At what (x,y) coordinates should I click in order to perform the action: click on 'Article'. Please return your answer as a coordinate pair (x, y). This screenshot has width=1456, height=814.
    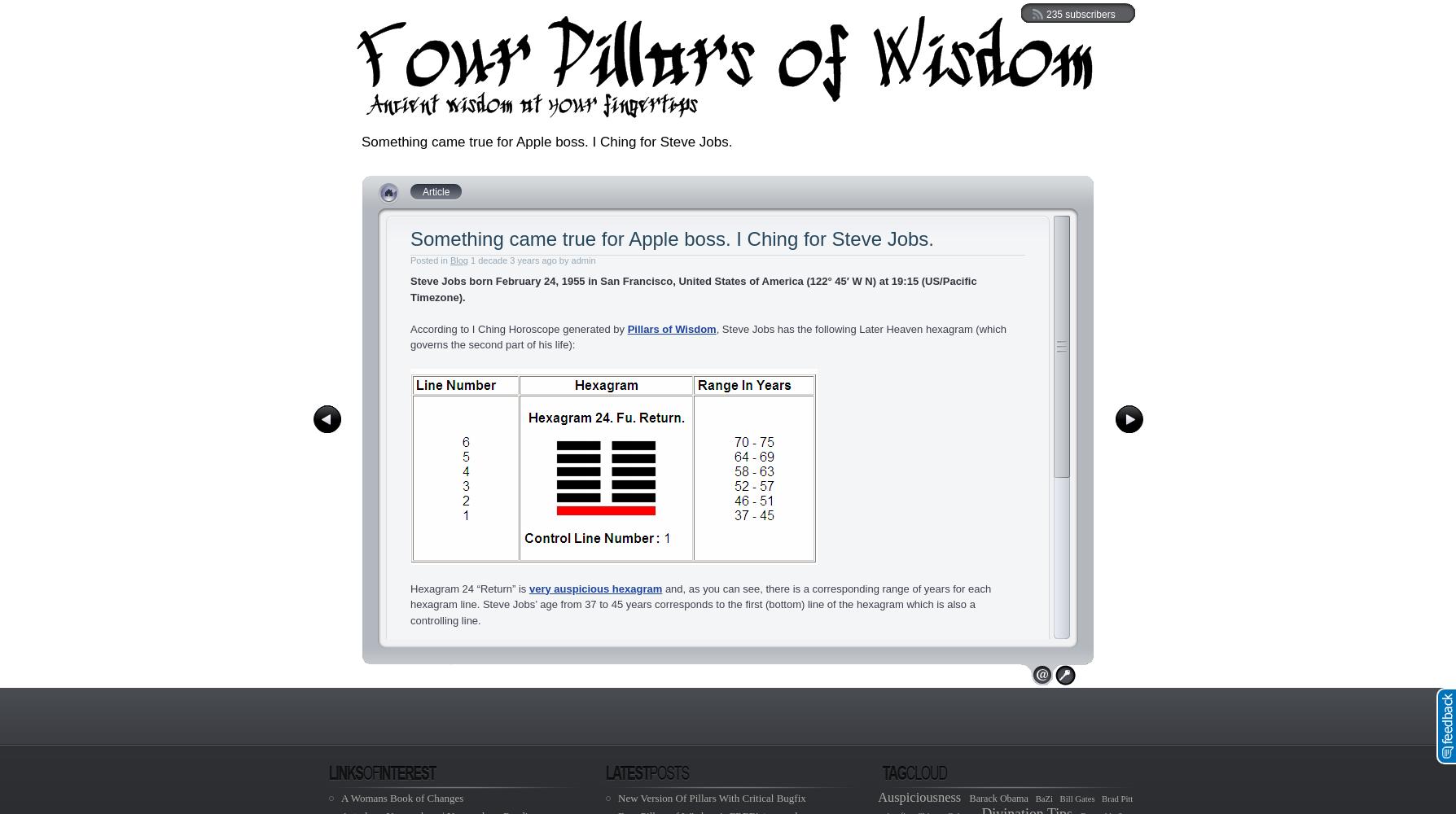
    Looking at the image, I should click on (436, 191).